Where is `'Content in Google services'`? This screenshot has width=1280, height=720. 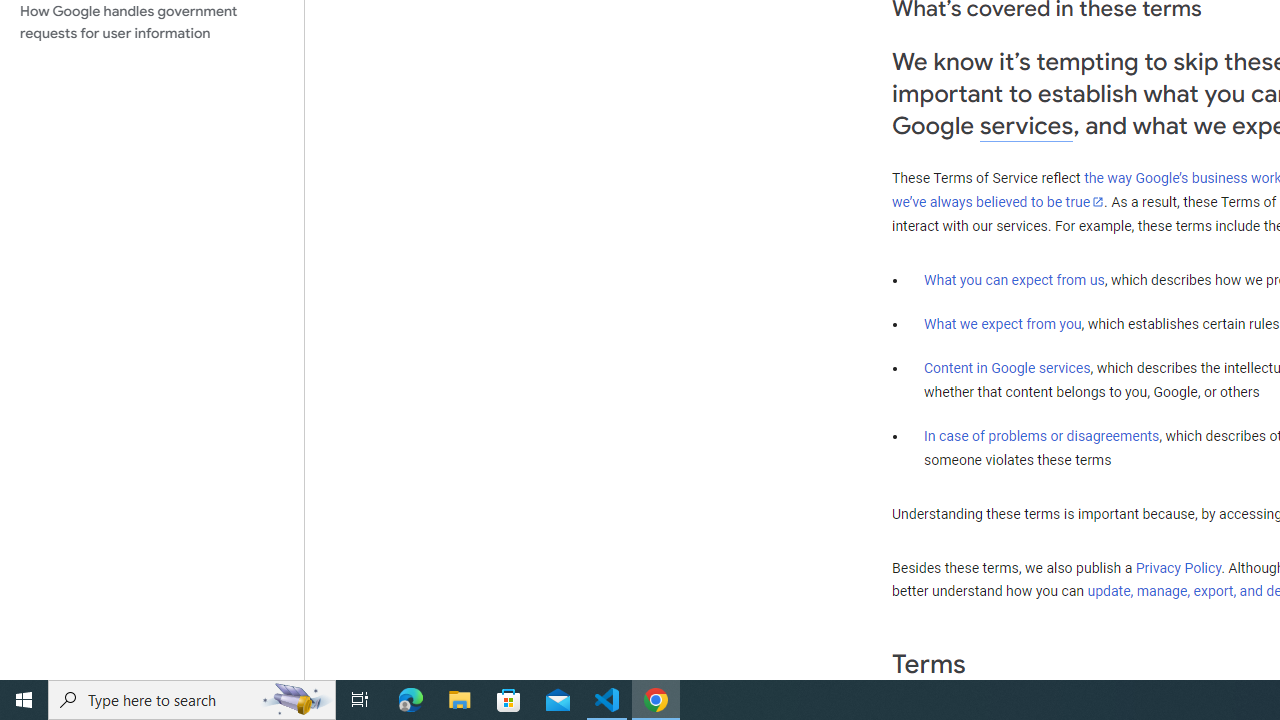 'Content in Google services' is located at coordinates (1007, 368).